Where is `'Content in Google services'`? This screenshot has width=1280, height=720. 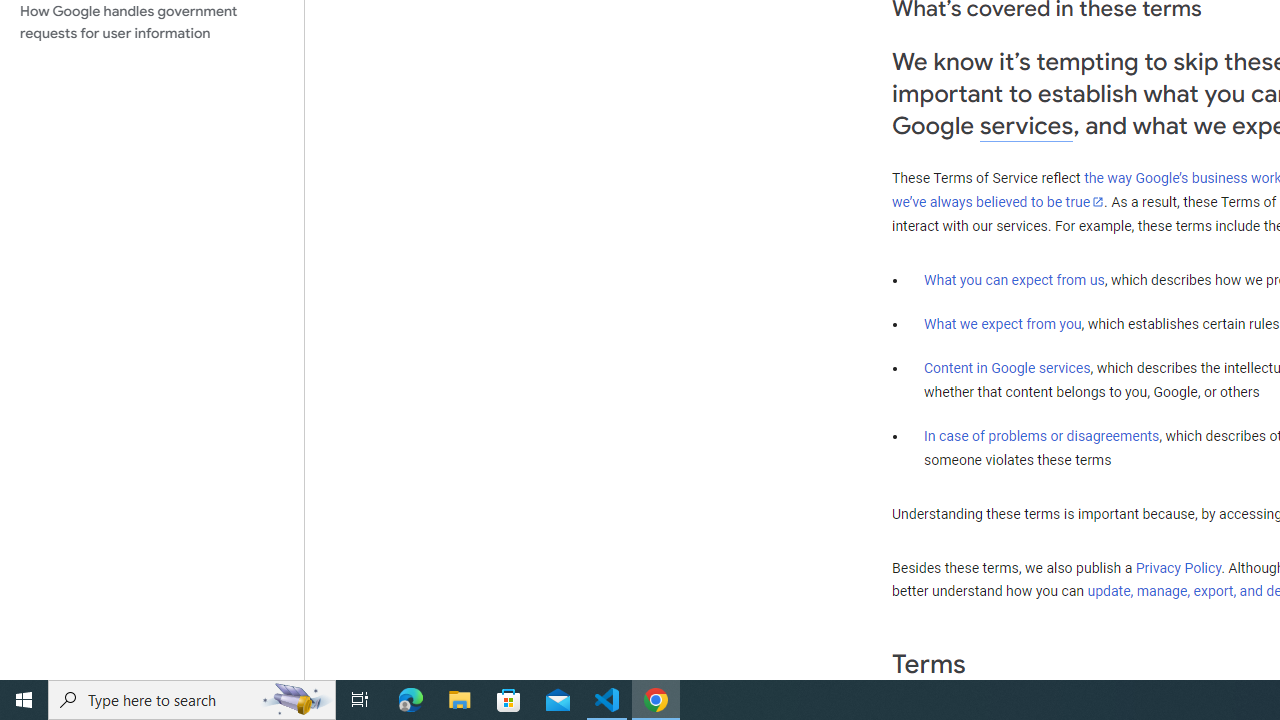 'Content in Google services' is located at coordinates (1007, 368).